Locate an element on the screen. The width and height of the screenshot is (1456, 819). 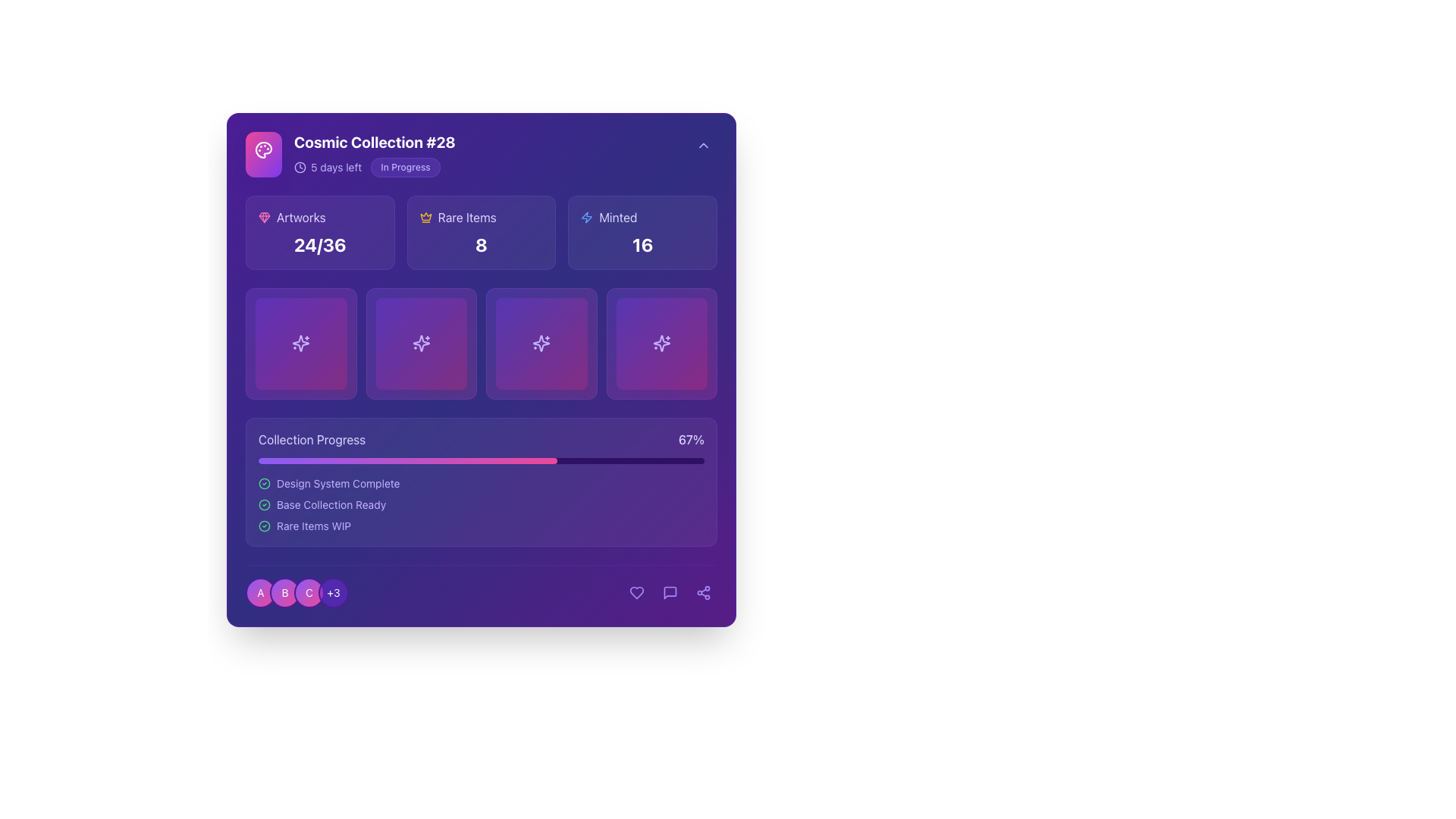
the violet share button with a triangular shape and connected circles is located at coordinates (702, 591).